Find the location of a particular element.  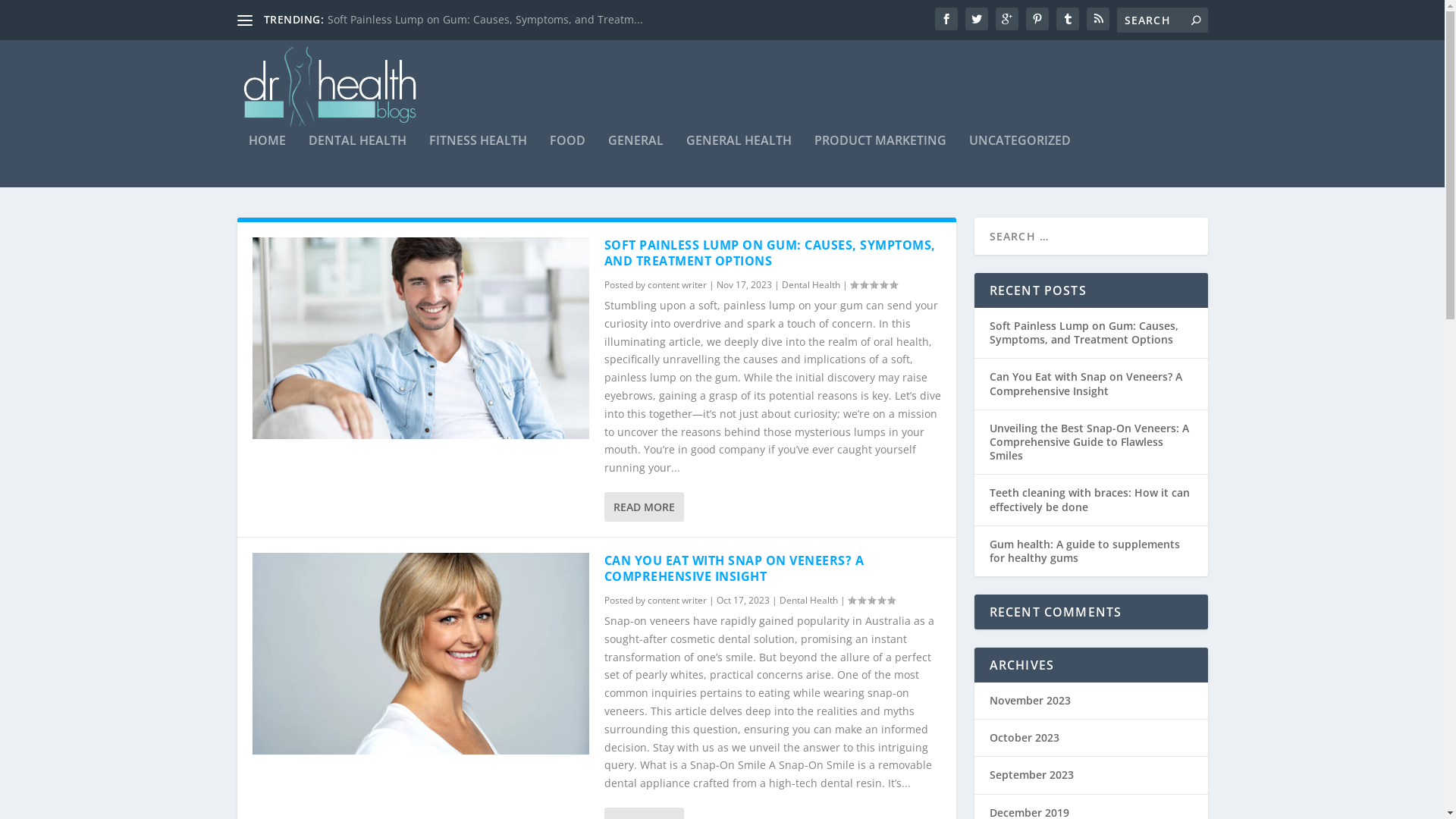

'GENERAL' is located at coordinates (635, 161).